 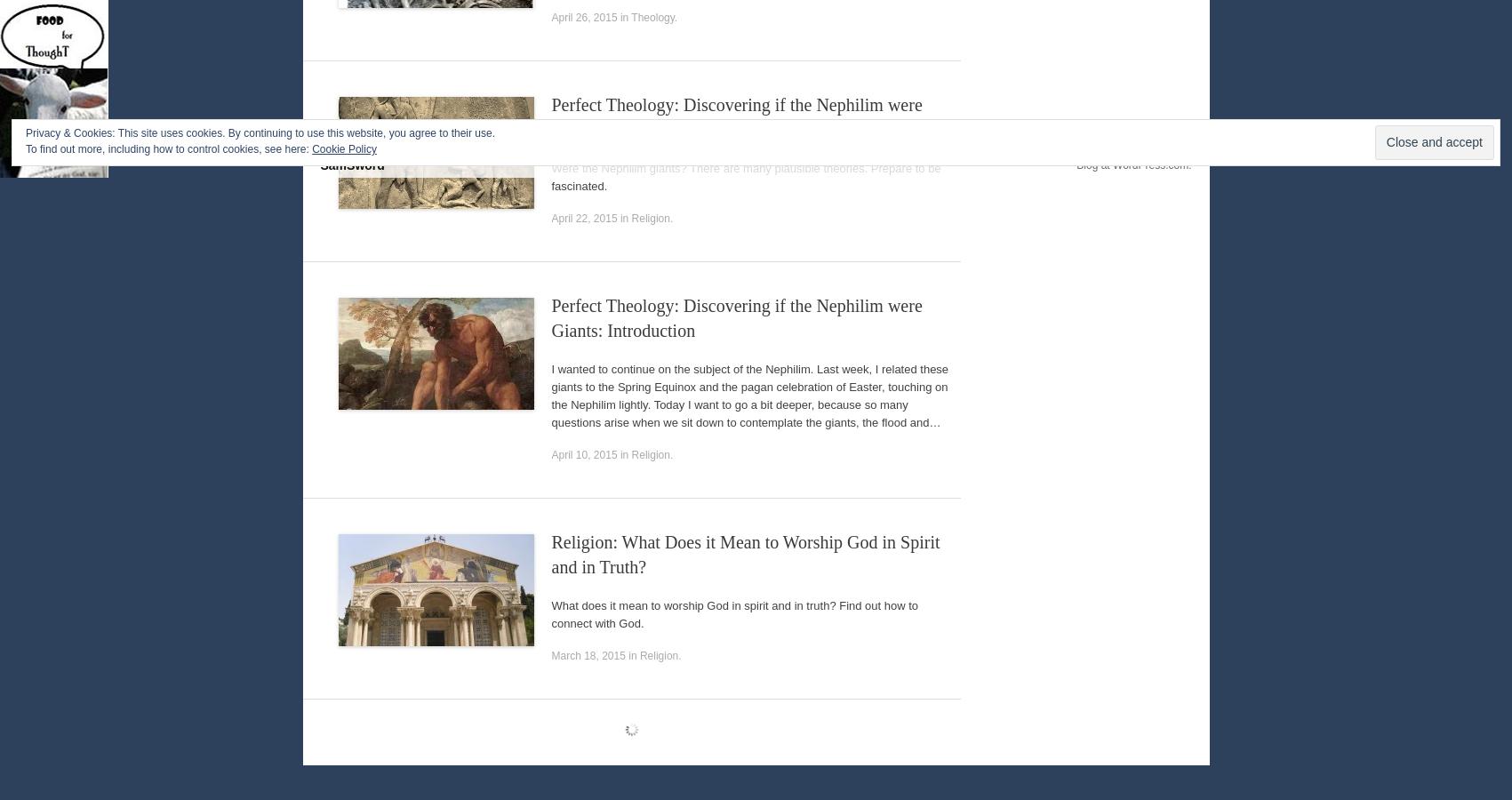 What do you see at coordinates (1133, 208) in the screenshot?
I see `'Blog at WordPress.com.'` at bounding box center [1133, 208].